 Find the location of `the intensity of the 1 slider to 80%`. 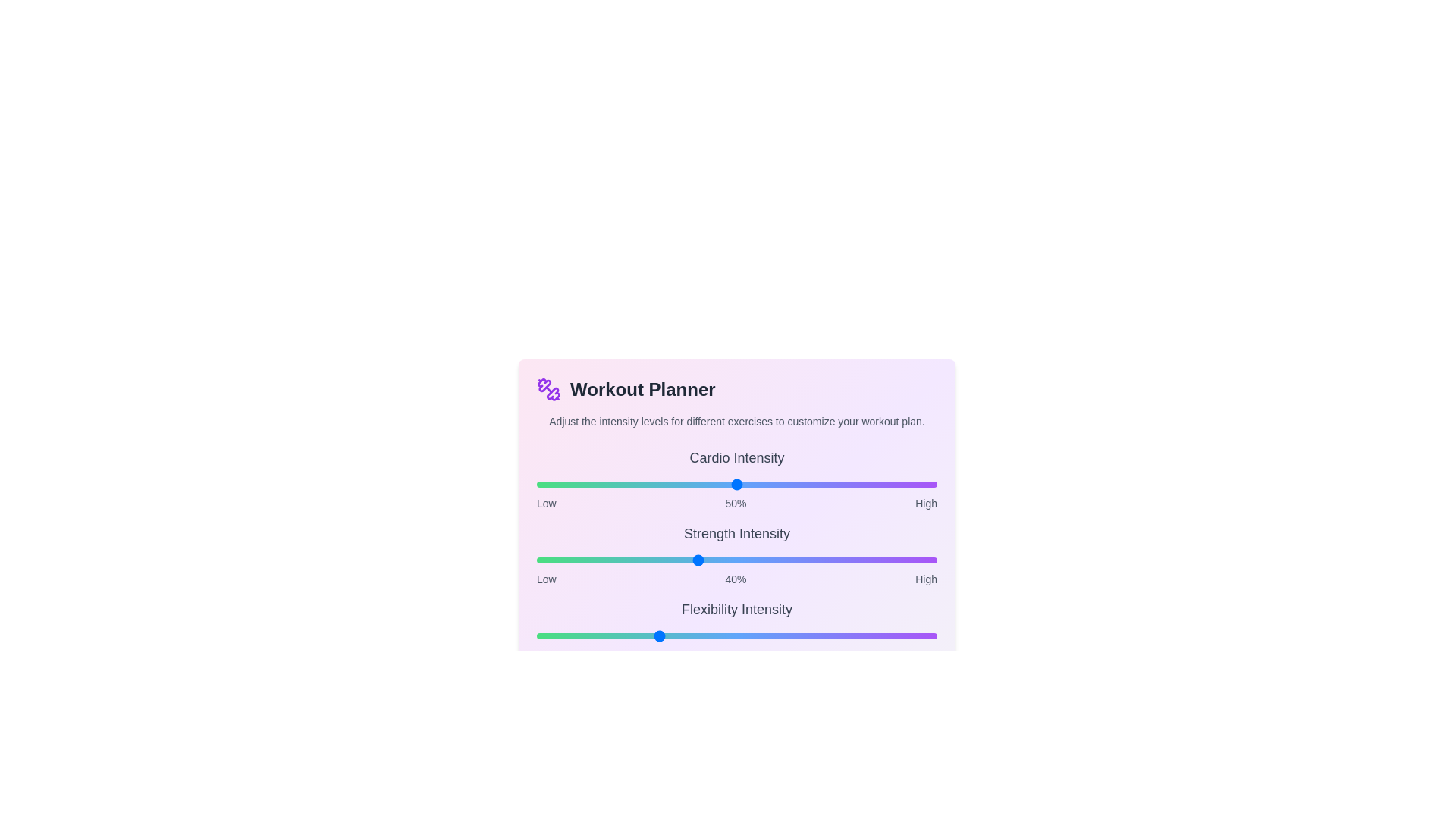

the intensity of the 1 slider to 80% is located at coordinates (857, 560).